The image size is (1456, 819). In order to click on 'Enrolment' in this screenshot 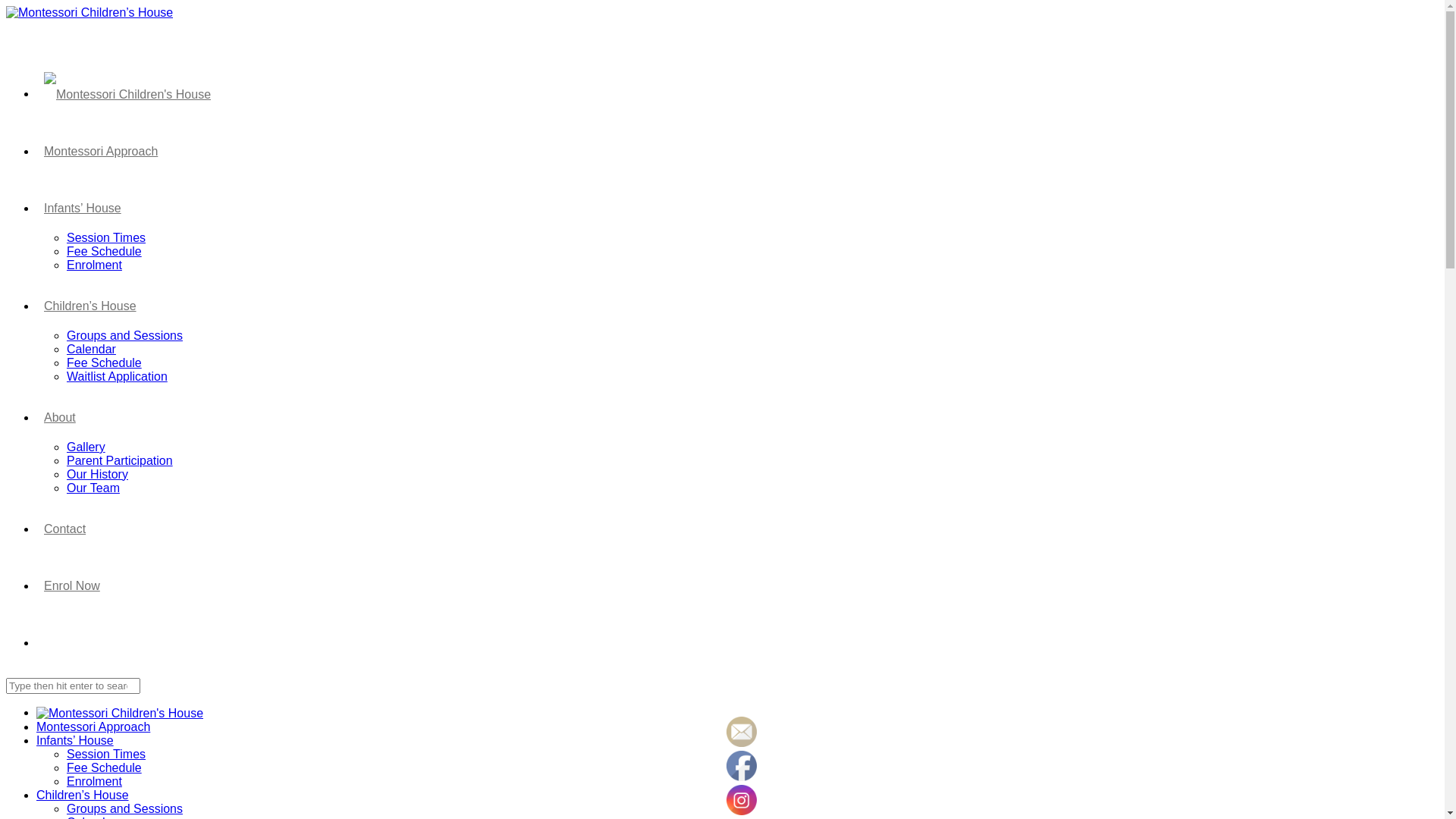, I will do `click(93, 781)`.